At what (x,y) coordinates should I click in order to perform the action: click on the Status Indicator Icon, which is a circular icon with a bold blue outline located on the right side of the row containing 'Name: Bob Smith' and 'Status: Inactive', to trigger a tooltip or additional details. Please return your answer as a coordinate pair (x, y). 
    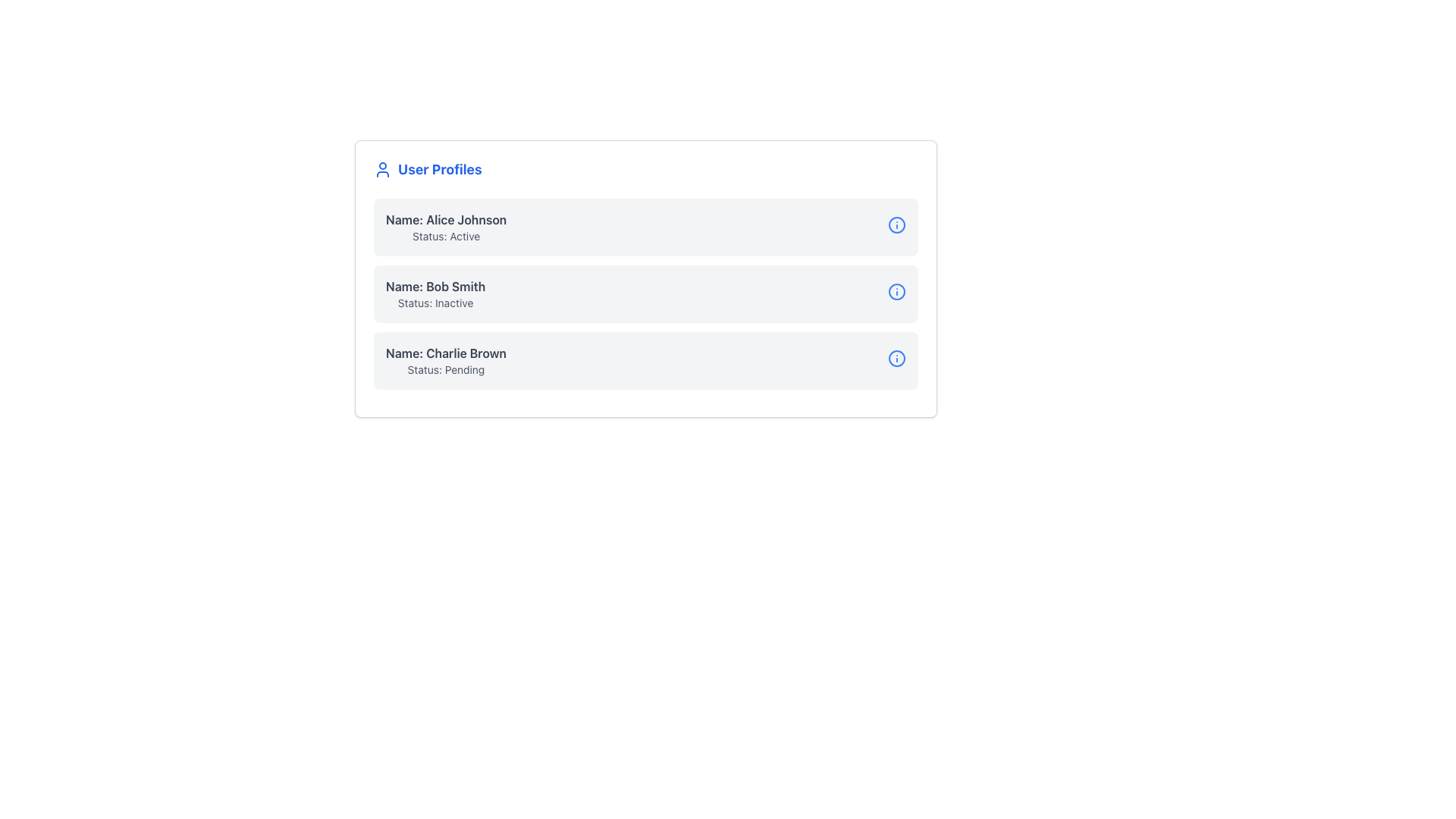
    Looking at the image, I should click on (896, 294).